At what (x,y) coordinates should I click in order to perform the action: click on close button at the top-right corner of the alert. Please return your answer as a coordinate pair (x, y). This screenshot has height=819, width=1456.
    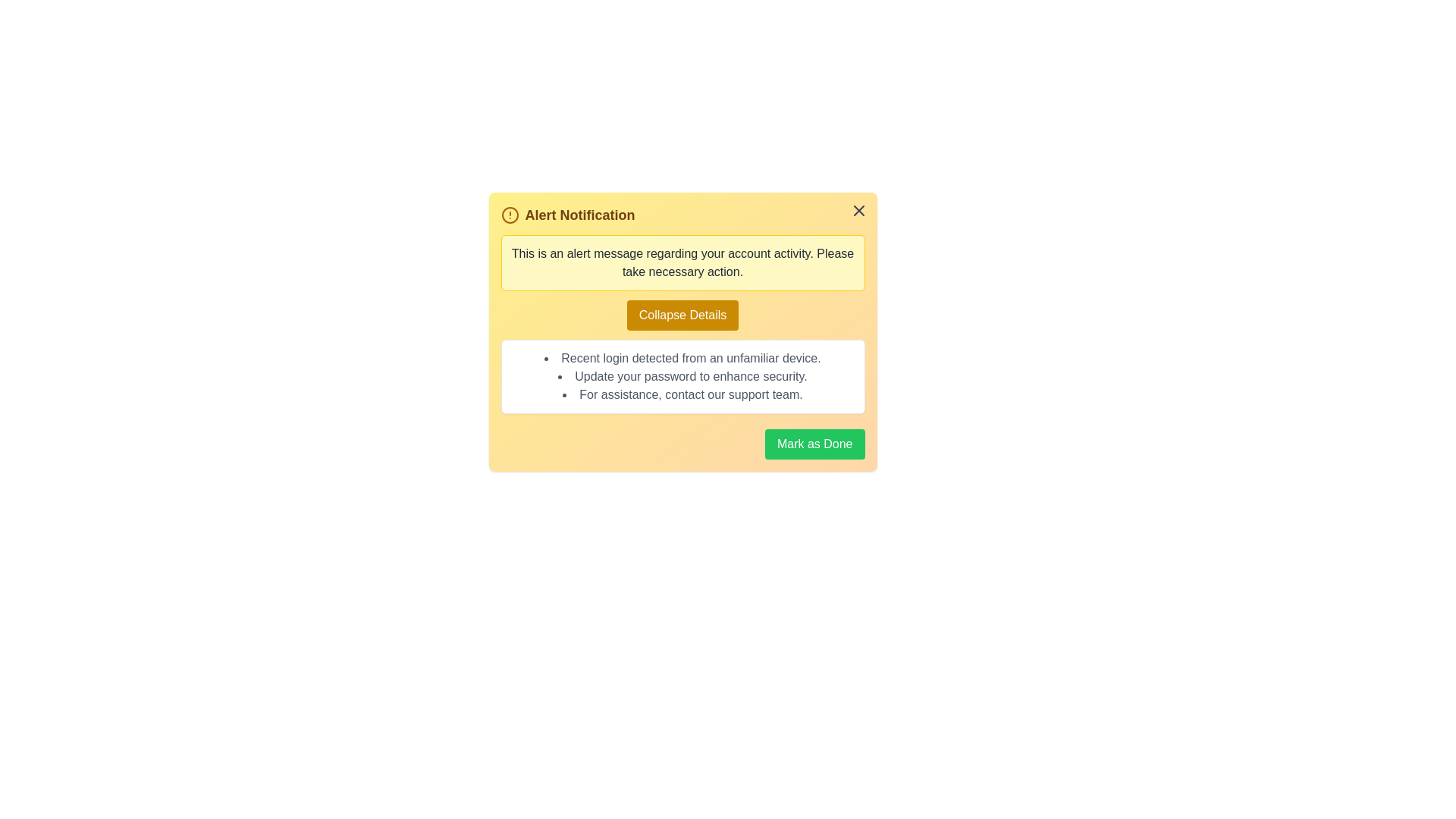
    Looking at the image, I should click on (858, 210).